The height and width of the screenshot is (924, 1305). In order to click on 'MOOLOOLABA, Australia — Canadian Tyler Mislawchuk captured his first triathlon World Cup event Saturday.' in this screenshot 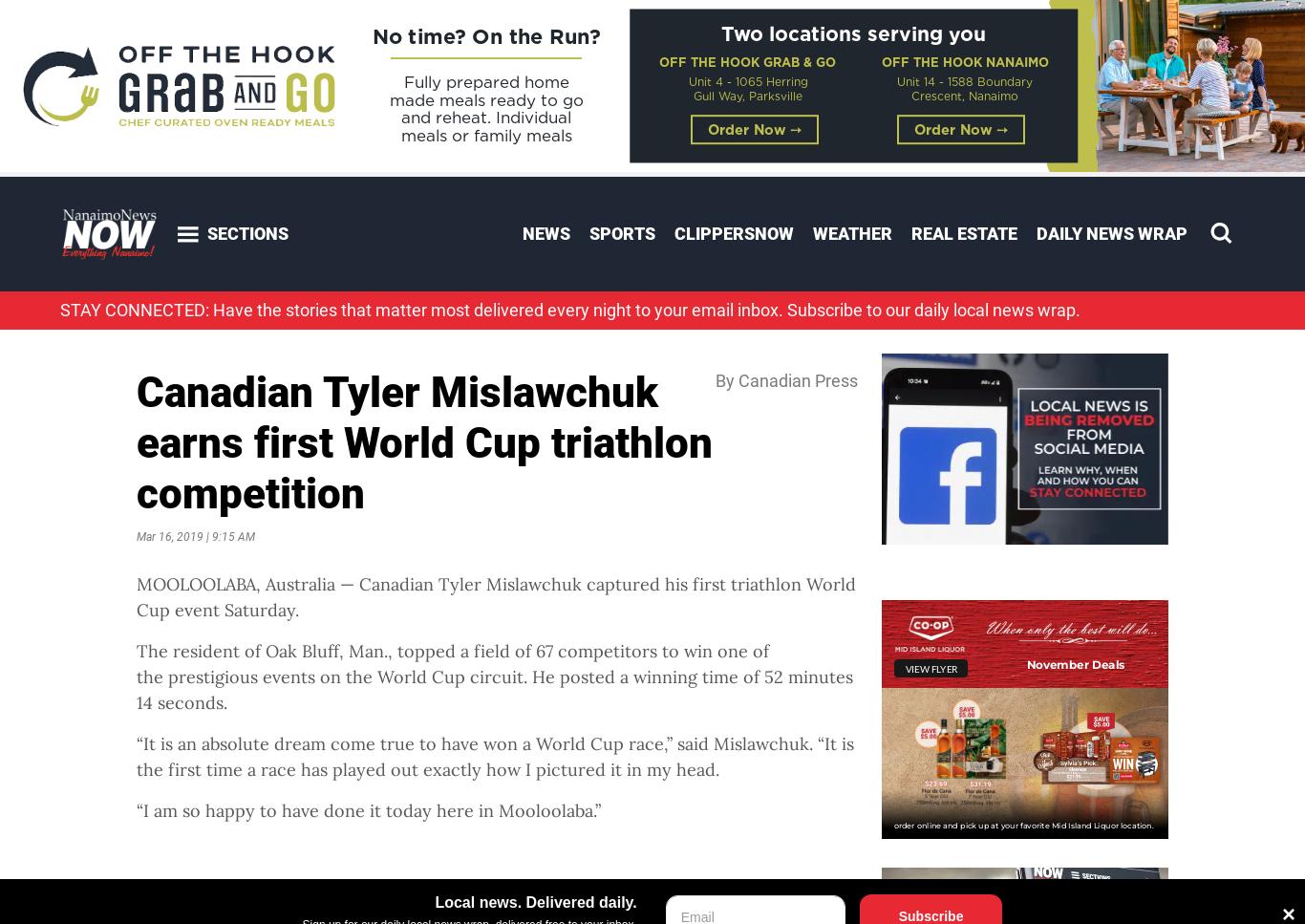, I will do `click(496, 596)`.